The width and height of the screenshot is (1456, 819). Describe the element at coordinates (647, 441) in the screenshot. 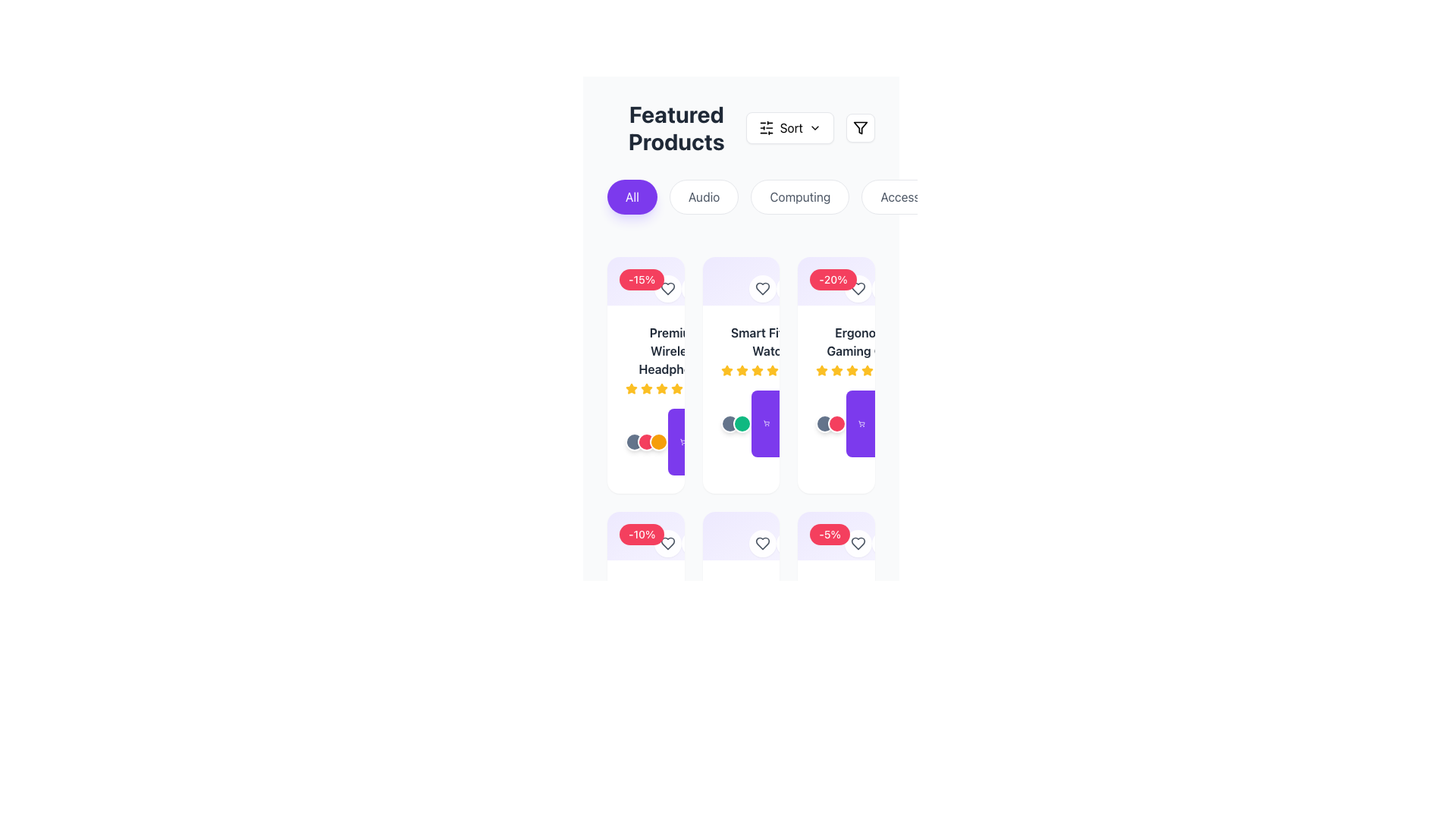

I see `the color or style selector button group located in the lower part of the product card layout to confirm the selection` at that location.